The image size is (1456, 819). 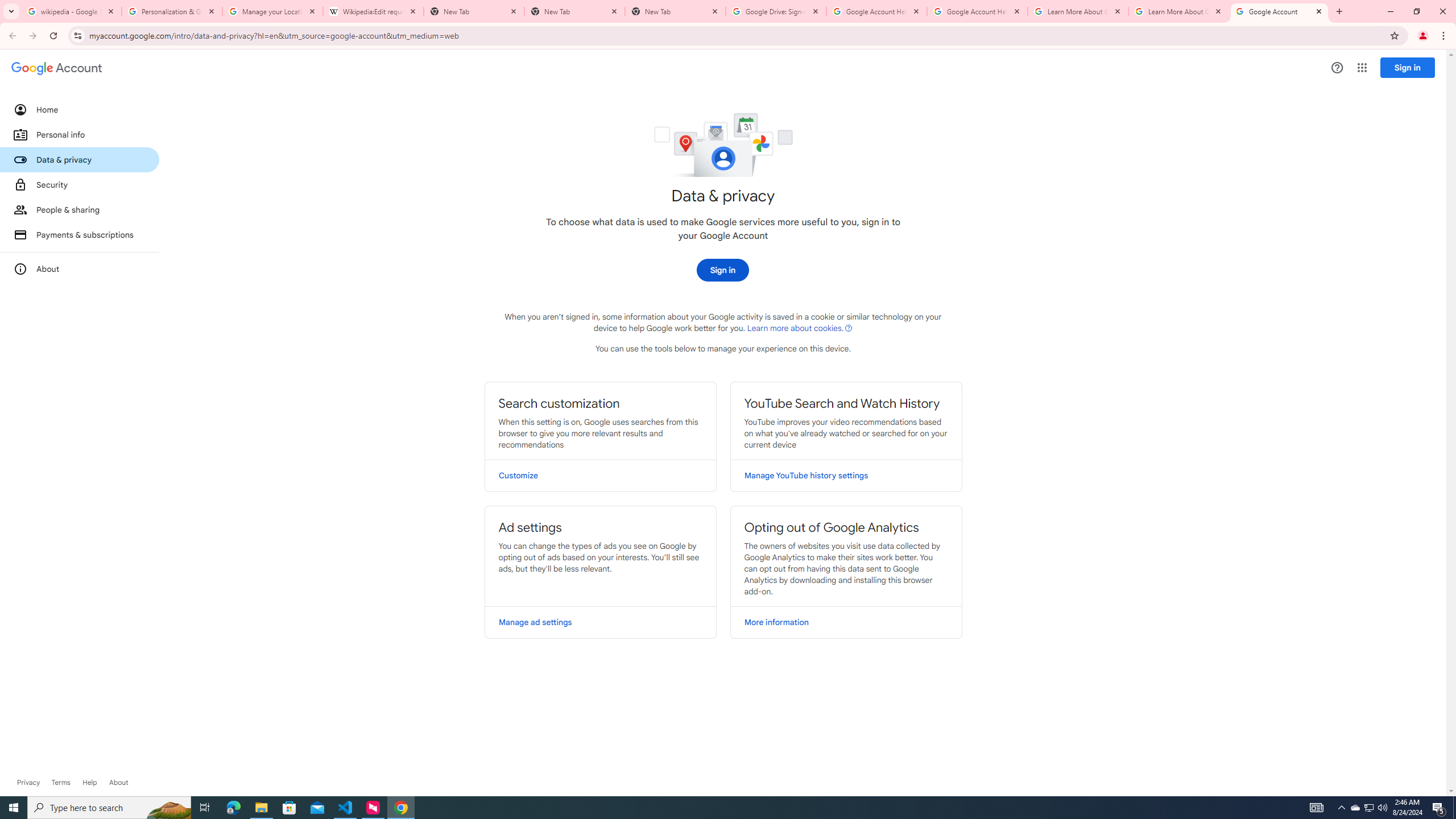 What do you see at coordinates (78, 109) in the screenshot?
I see `'Home'` at bounding box center [78, 109].